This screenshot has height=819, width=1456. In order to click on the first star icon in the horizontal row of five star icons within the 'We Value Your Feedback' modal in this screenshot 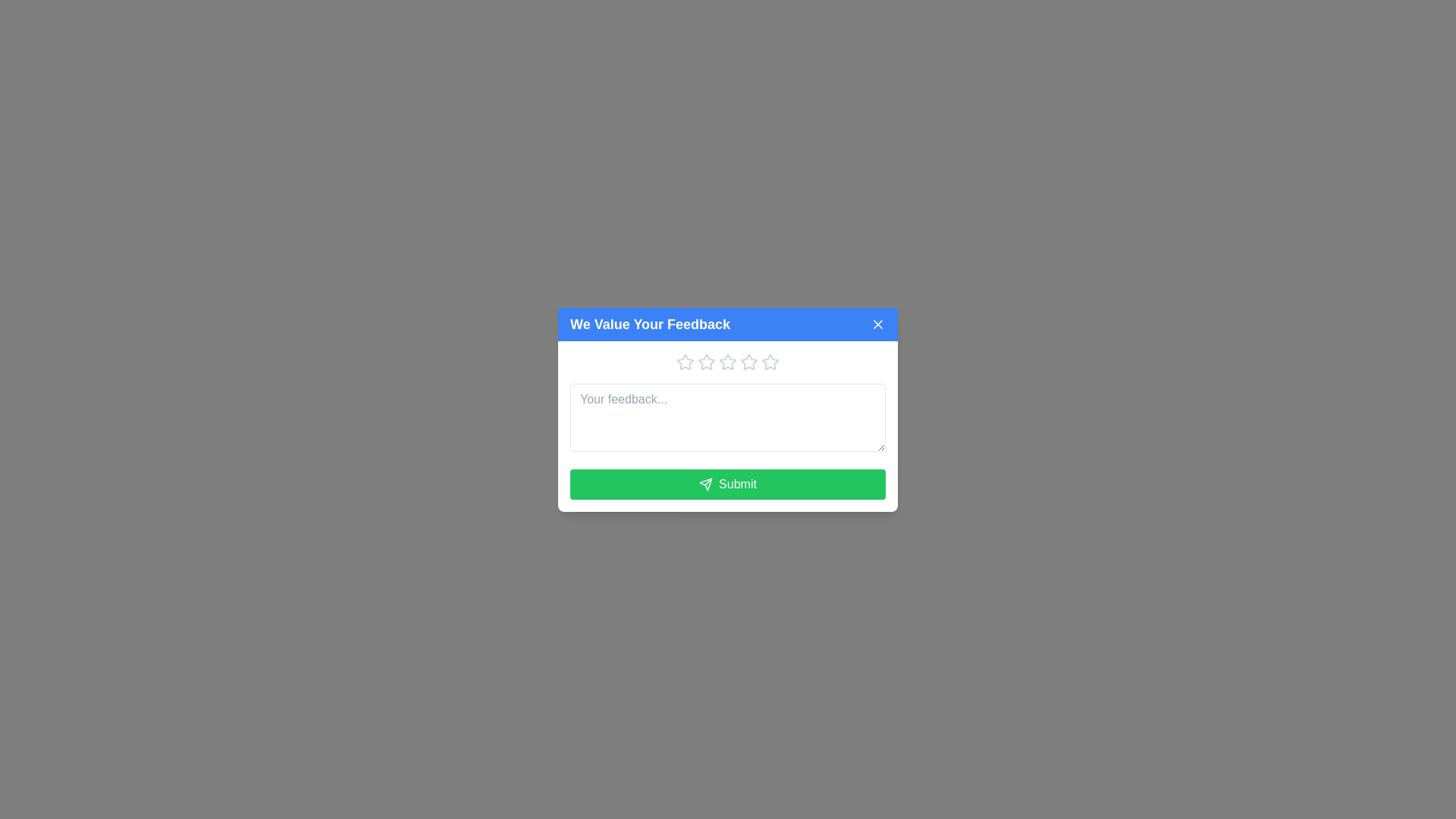, I will do `click(684, 362)`.